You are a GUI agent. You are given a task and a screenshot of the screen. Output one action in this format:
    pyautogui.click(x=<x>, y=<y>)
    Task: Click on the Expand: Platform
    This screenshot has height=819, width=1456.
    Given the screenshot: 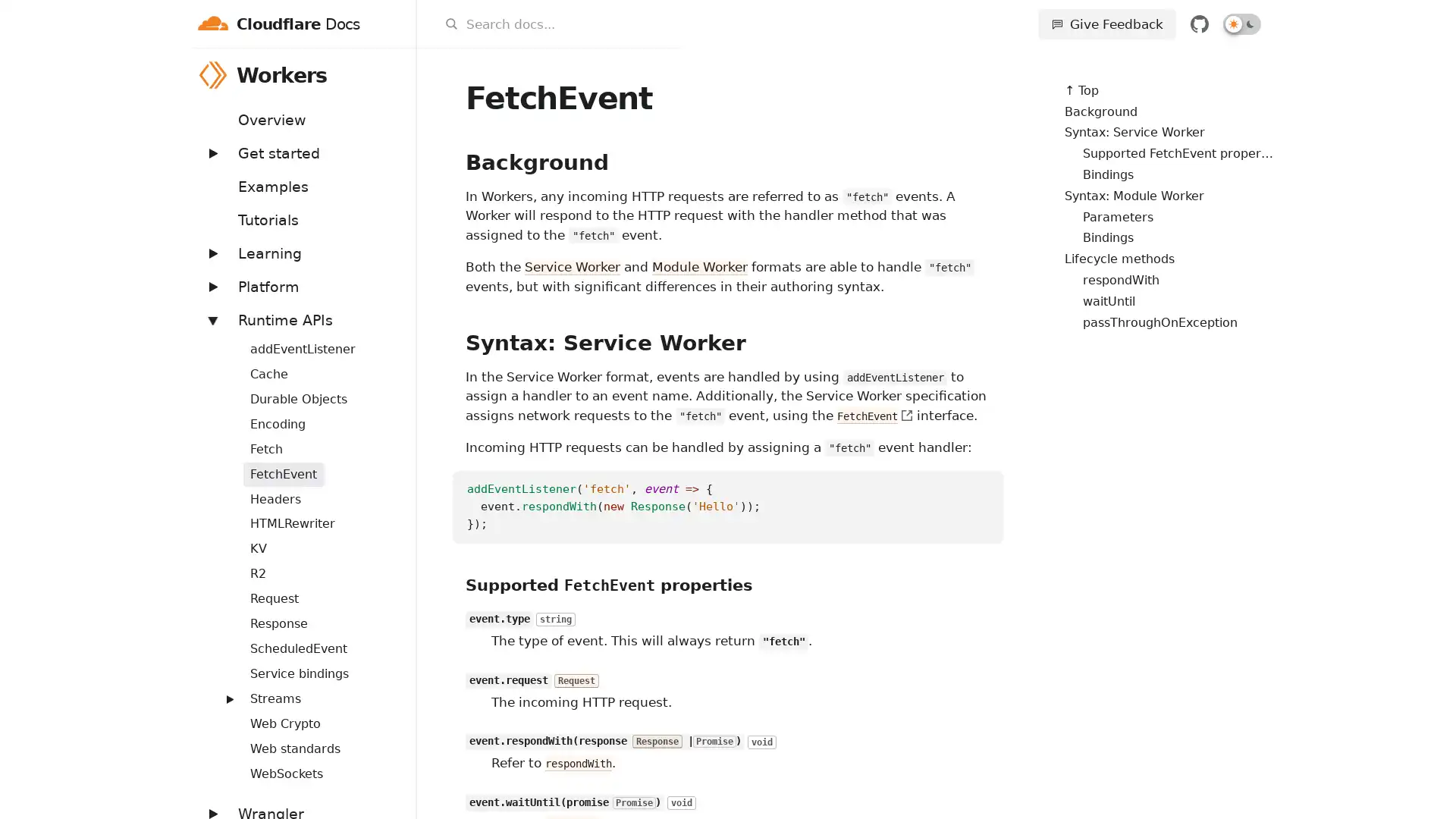 What is the action you would take?
    pyautogui.click(x=211, y=286)
    